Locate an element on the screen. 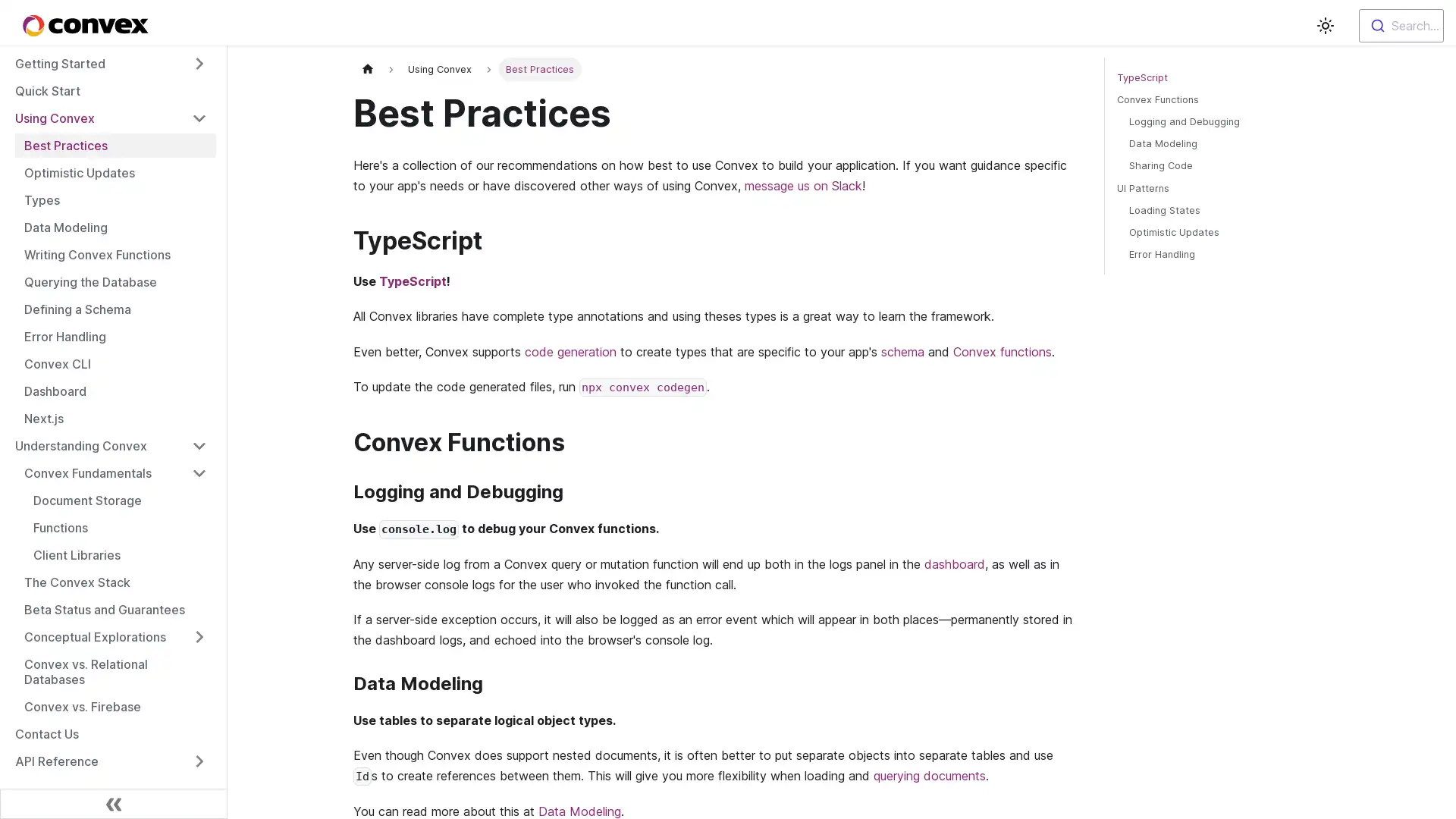 The width and height of the screenshot is (1456, 819). Toggle the collapsible sidebar category 'Conceptual Explorations' is located at coordinates (199, 637).